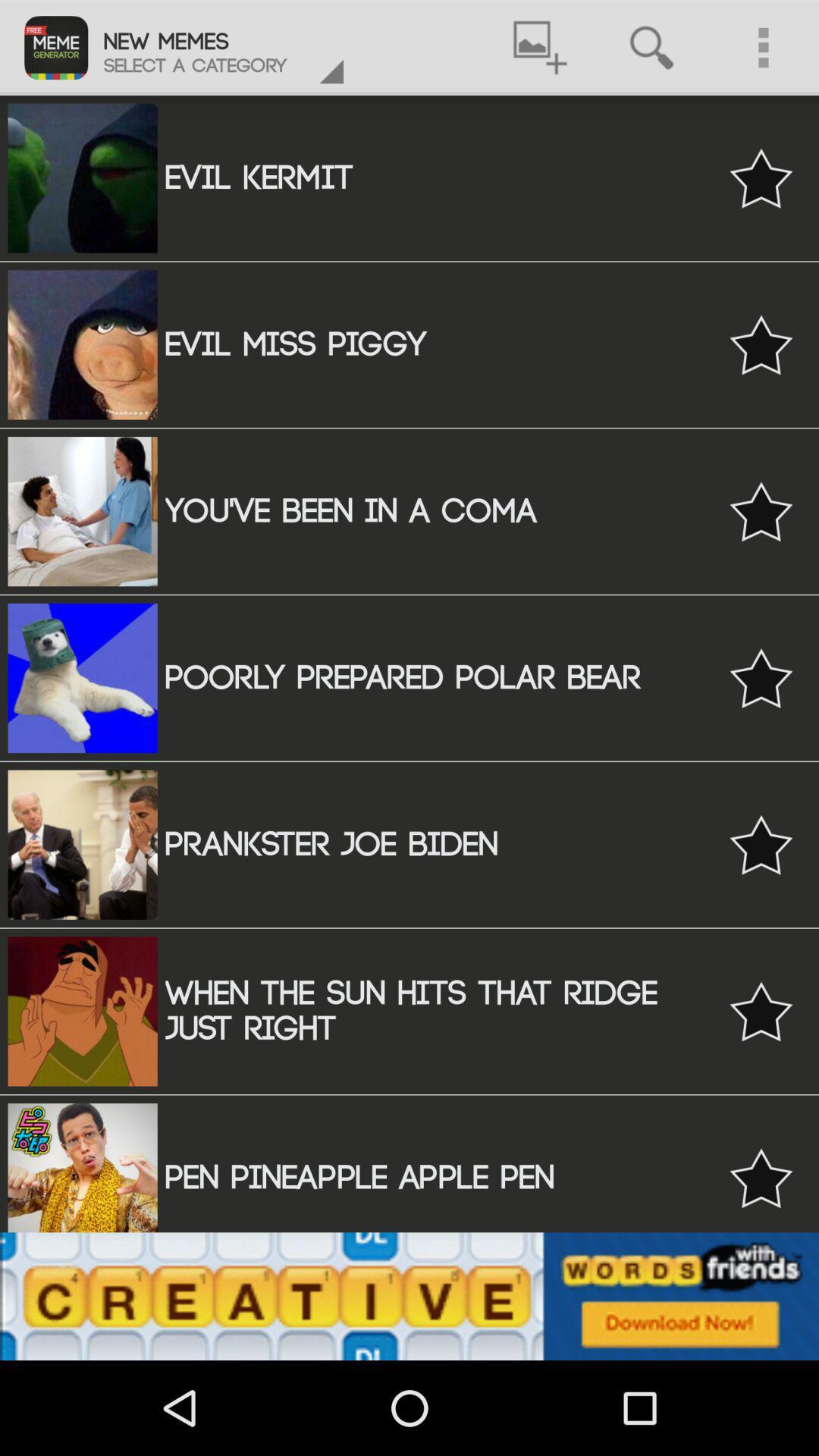  What do you see at coordinates (761, 1177) in the screenshot?
I see `button to favorite the category` at bounding box center [761, 1177].